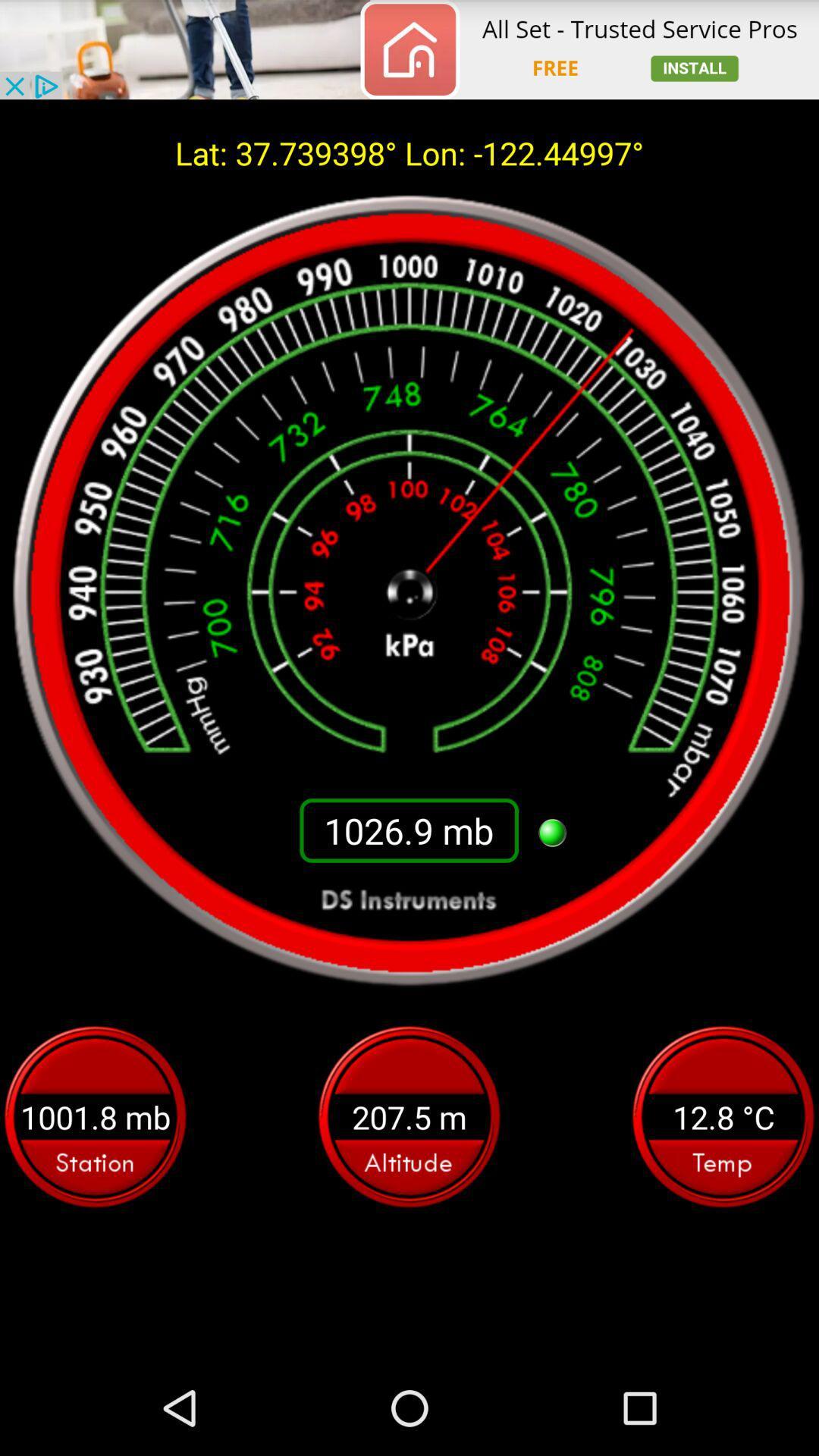  I want to click on click the advertisement, so click(409, 49).